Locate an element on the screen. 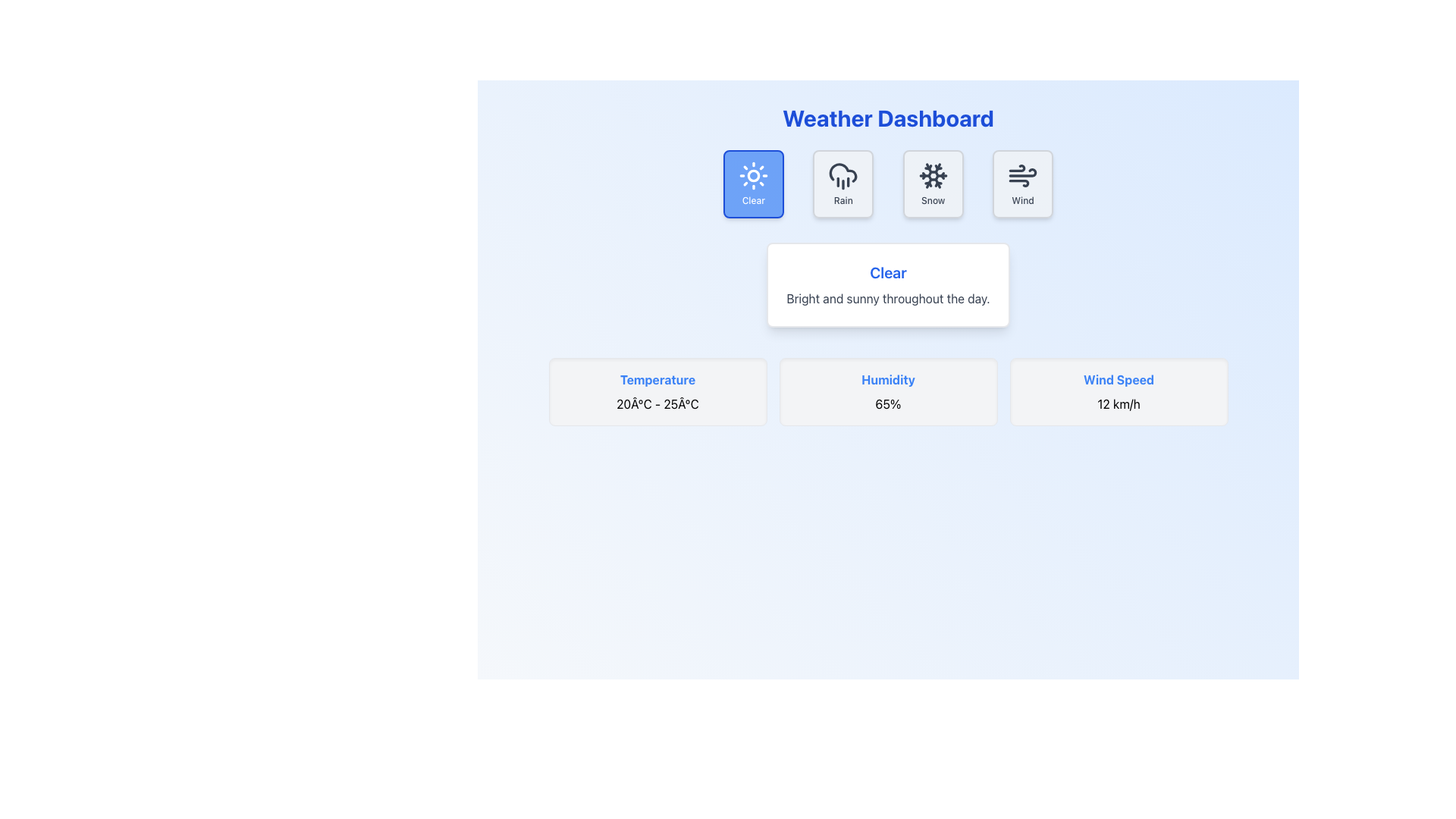 This screenshot has height=819, width=1456. the Information display panel that shows 'Humidity' with '65%' below it, which is the second panel in a horizontal group of three at the bottom of the dashboard interface is located at coordinates (888, 391).